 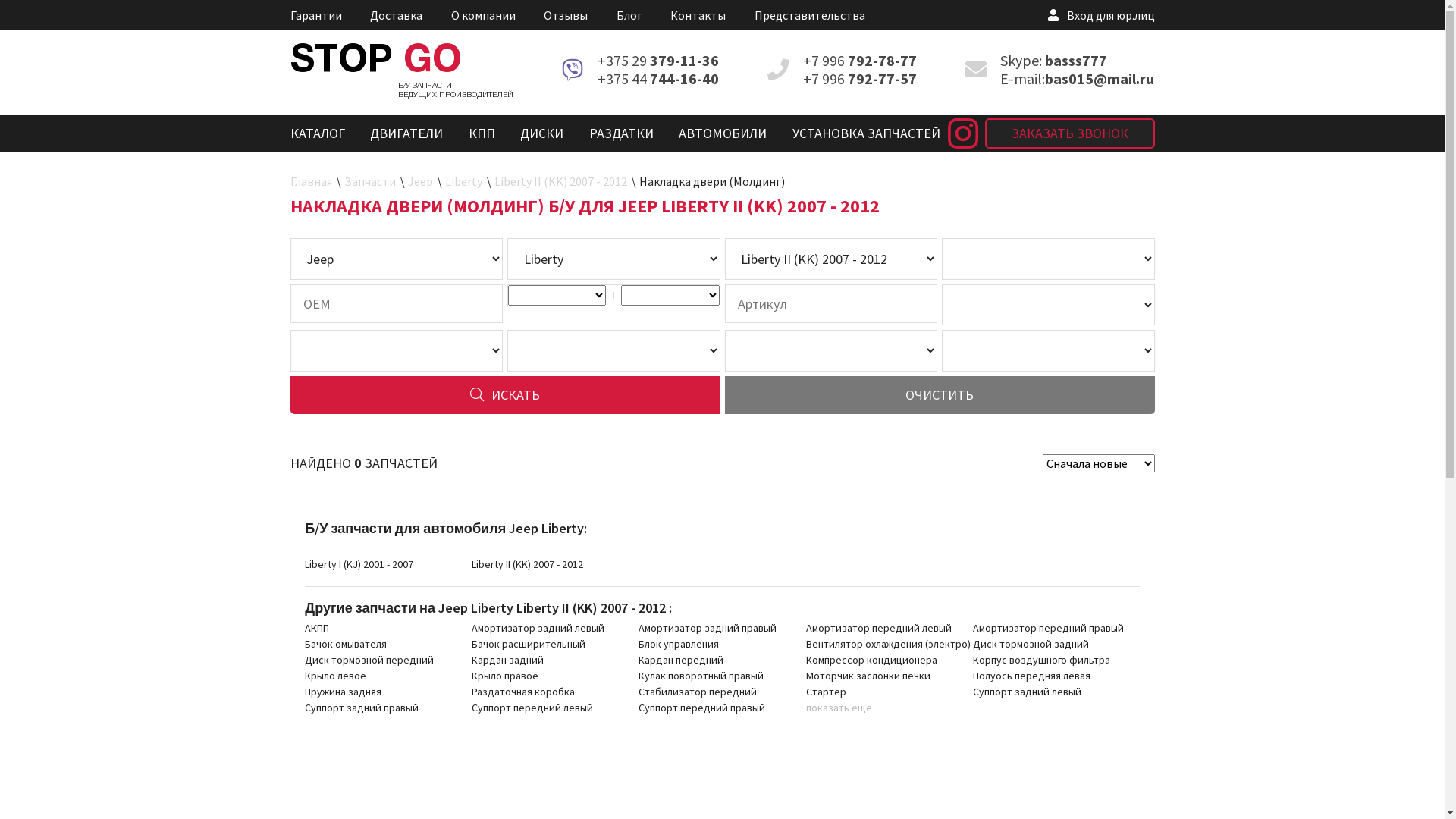 I want to click on 'bas015@mail.ru', so click(x=1099, y=78).